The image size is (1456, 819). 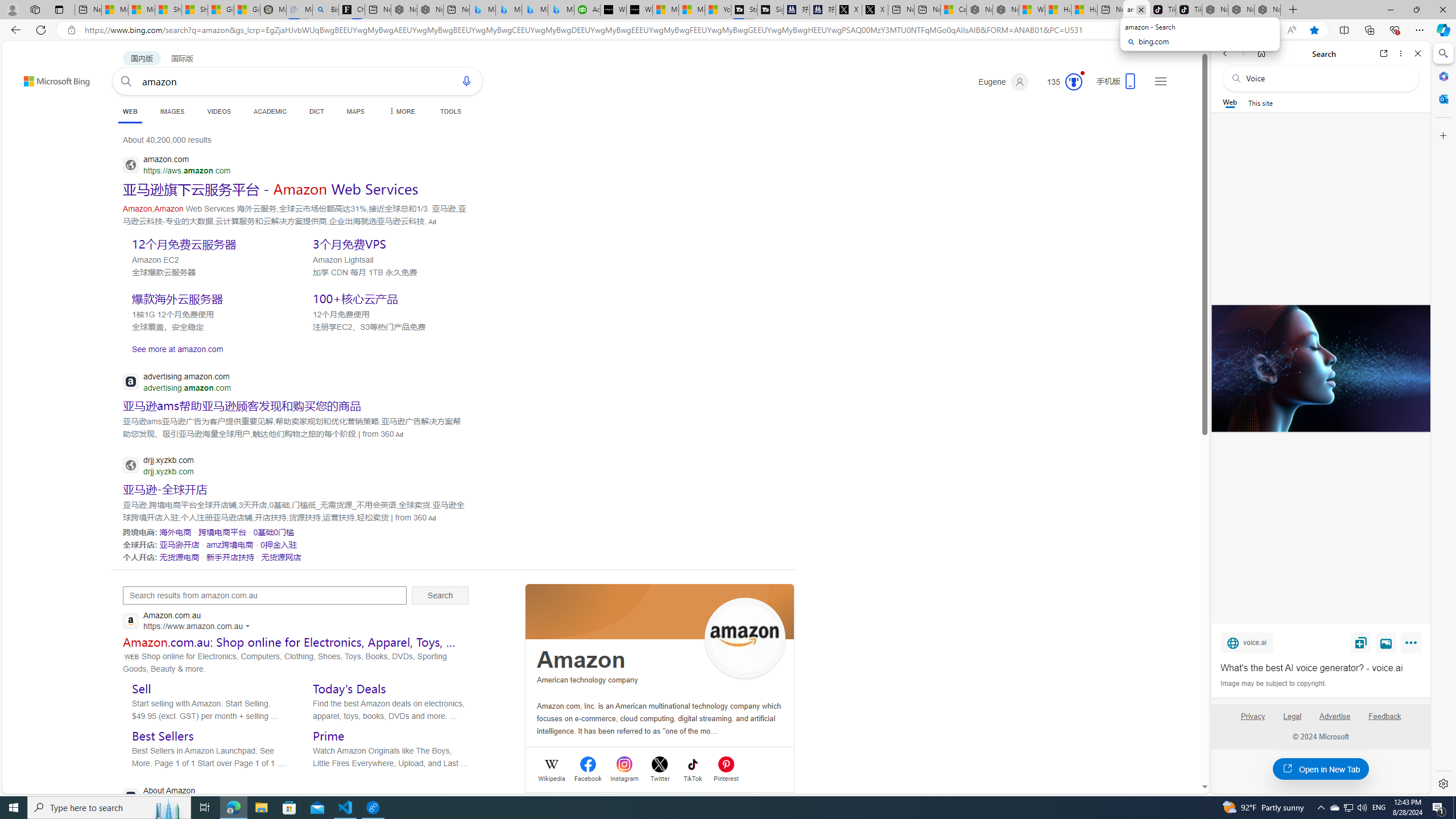 I want to click on 'TOOLS', so click(x=450, y=111).